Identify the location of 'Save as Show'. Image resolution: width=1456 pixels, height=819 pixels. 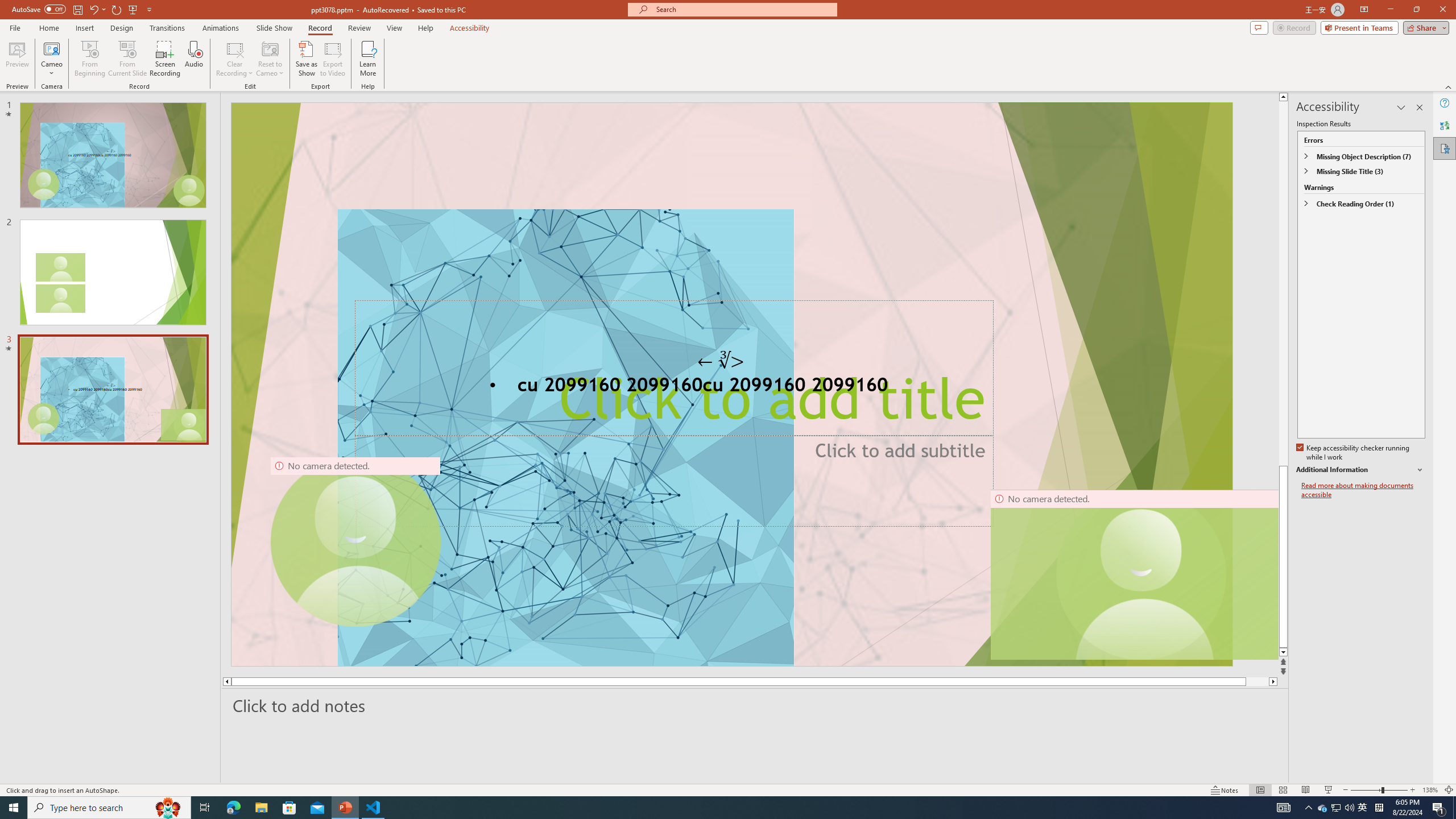
(306, 59).